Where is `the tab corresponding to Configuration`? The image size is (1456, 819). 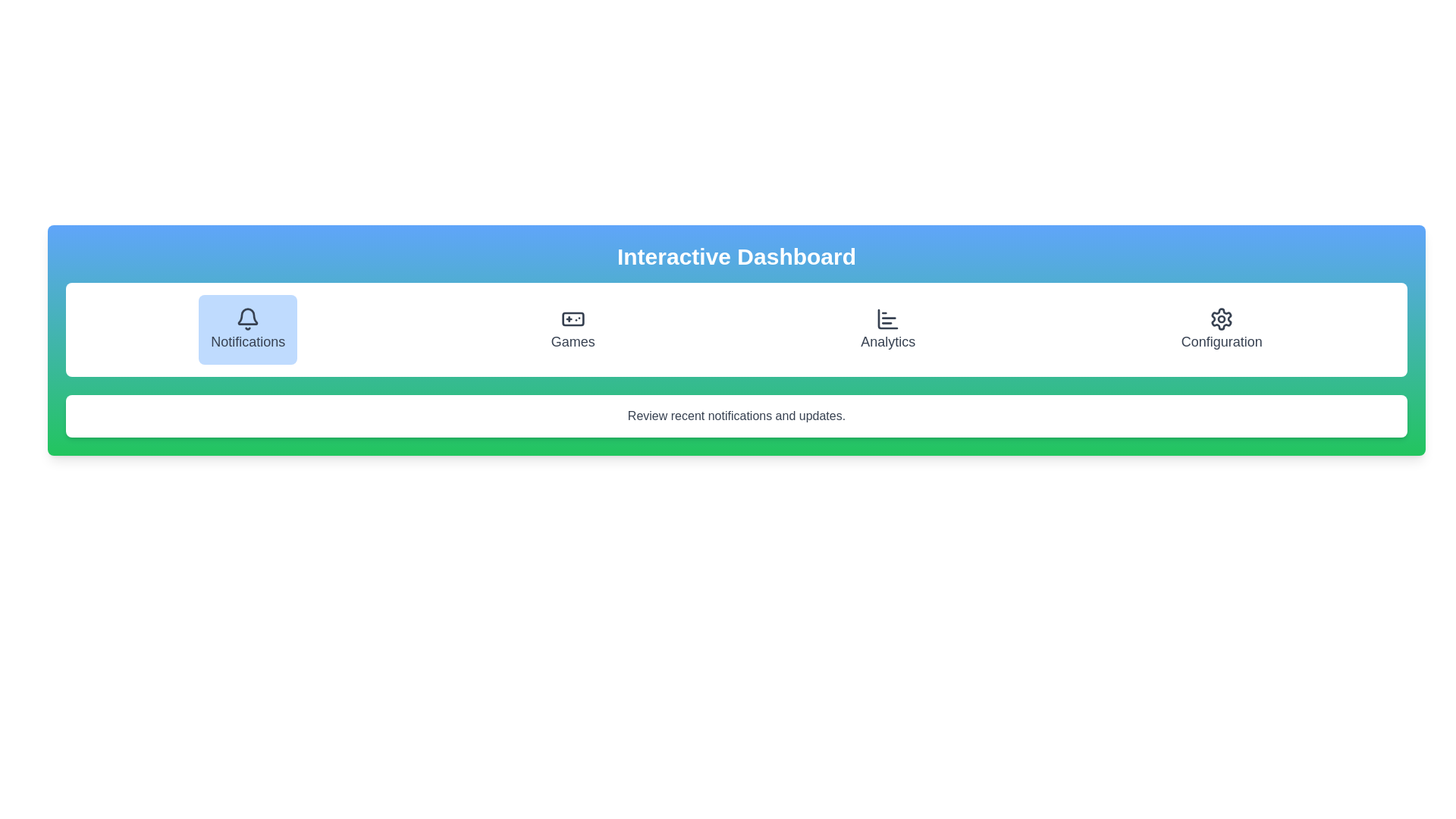
the tab corresponding to Configuration is located at coordinates (1222, 329).